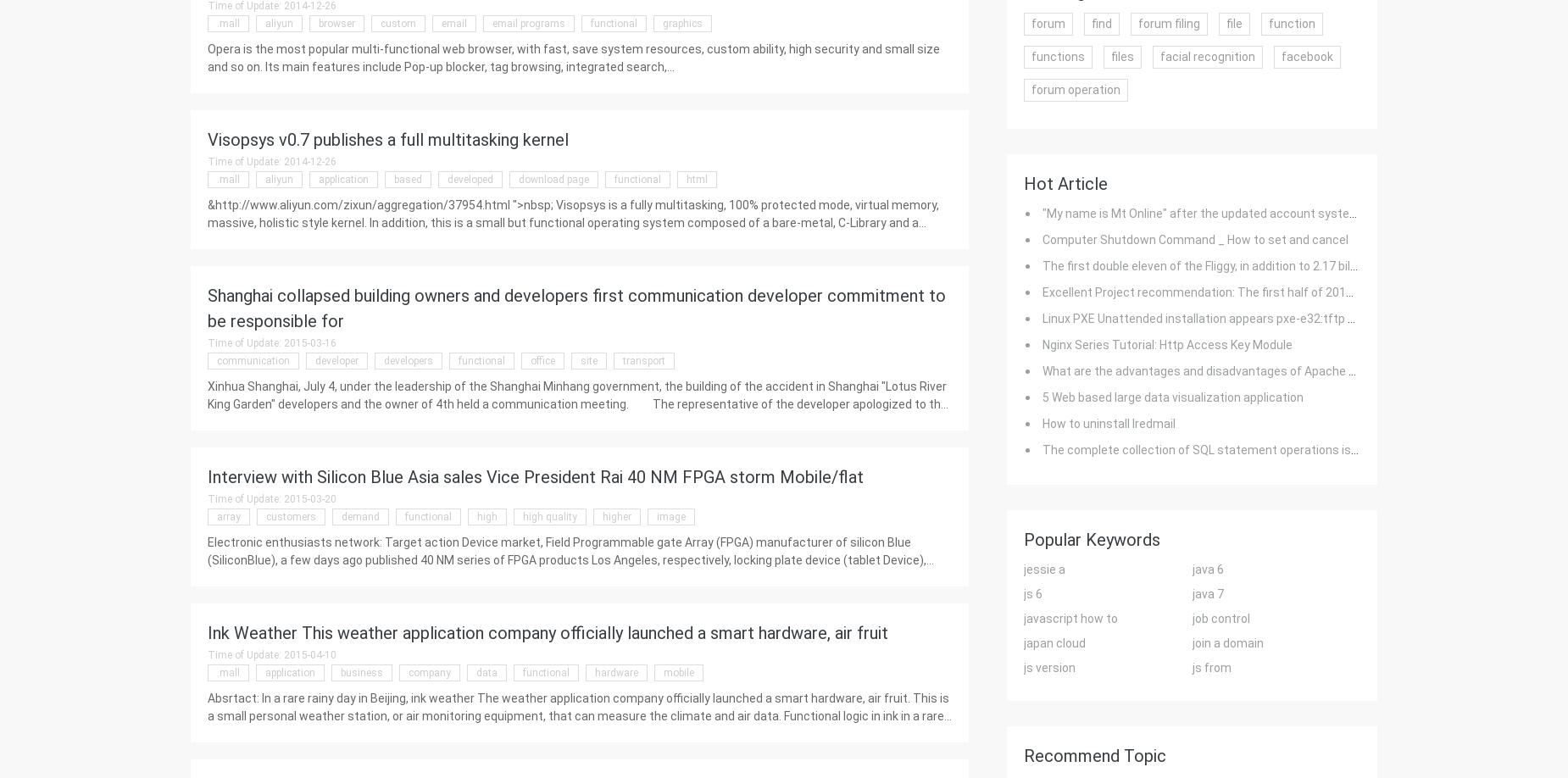 This screenshot has height=778, width=1568. I want to click on 'higher', so click(616, 516).